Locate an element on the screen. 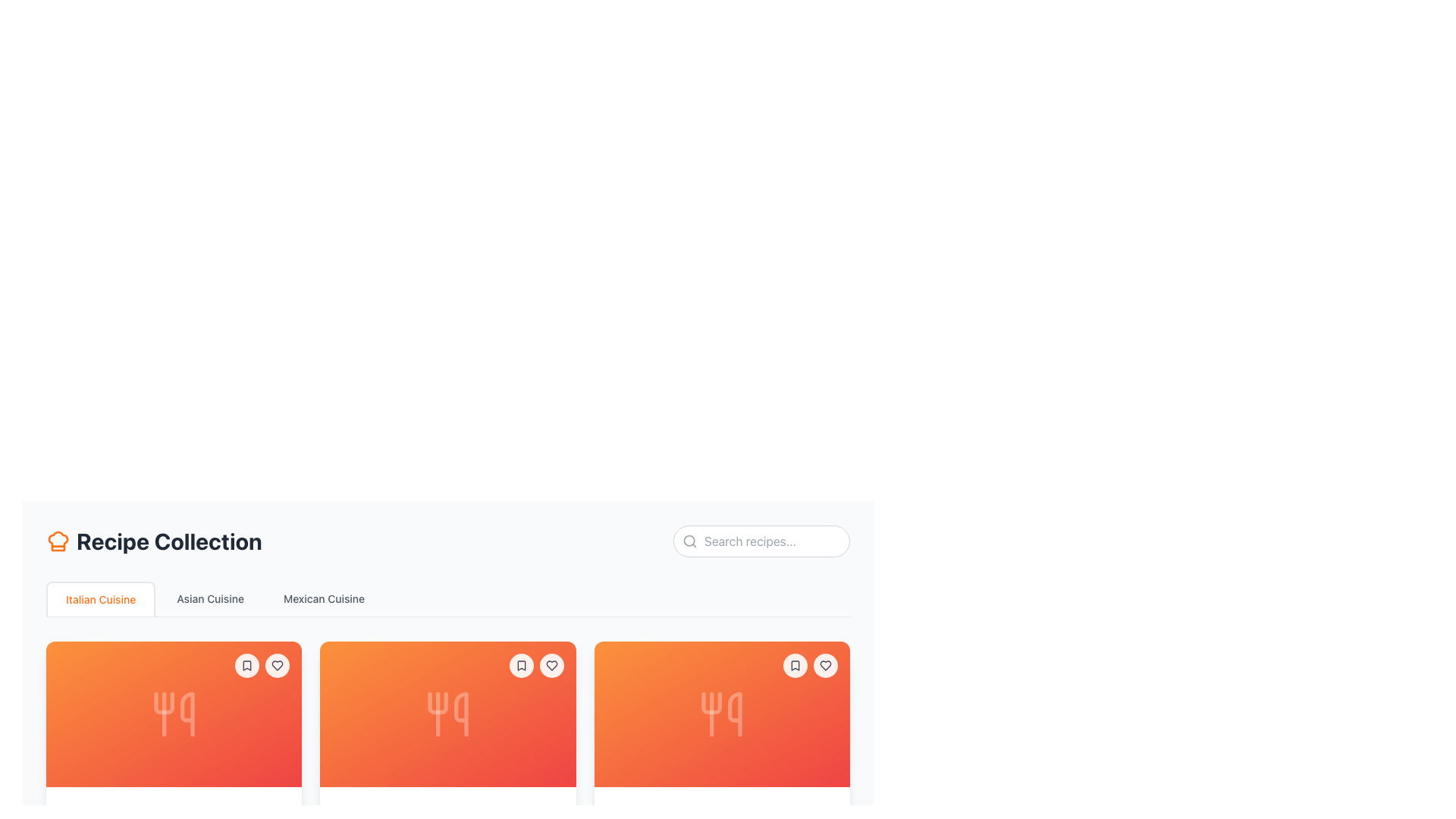  the Decorative header area of the 'Creamy Carbonara' recipe card, which is located in the middle column of a three-column grid layout under 'Italian Cuisine' in the 'Recipe Collection' section is located at coordinates (447, 714).